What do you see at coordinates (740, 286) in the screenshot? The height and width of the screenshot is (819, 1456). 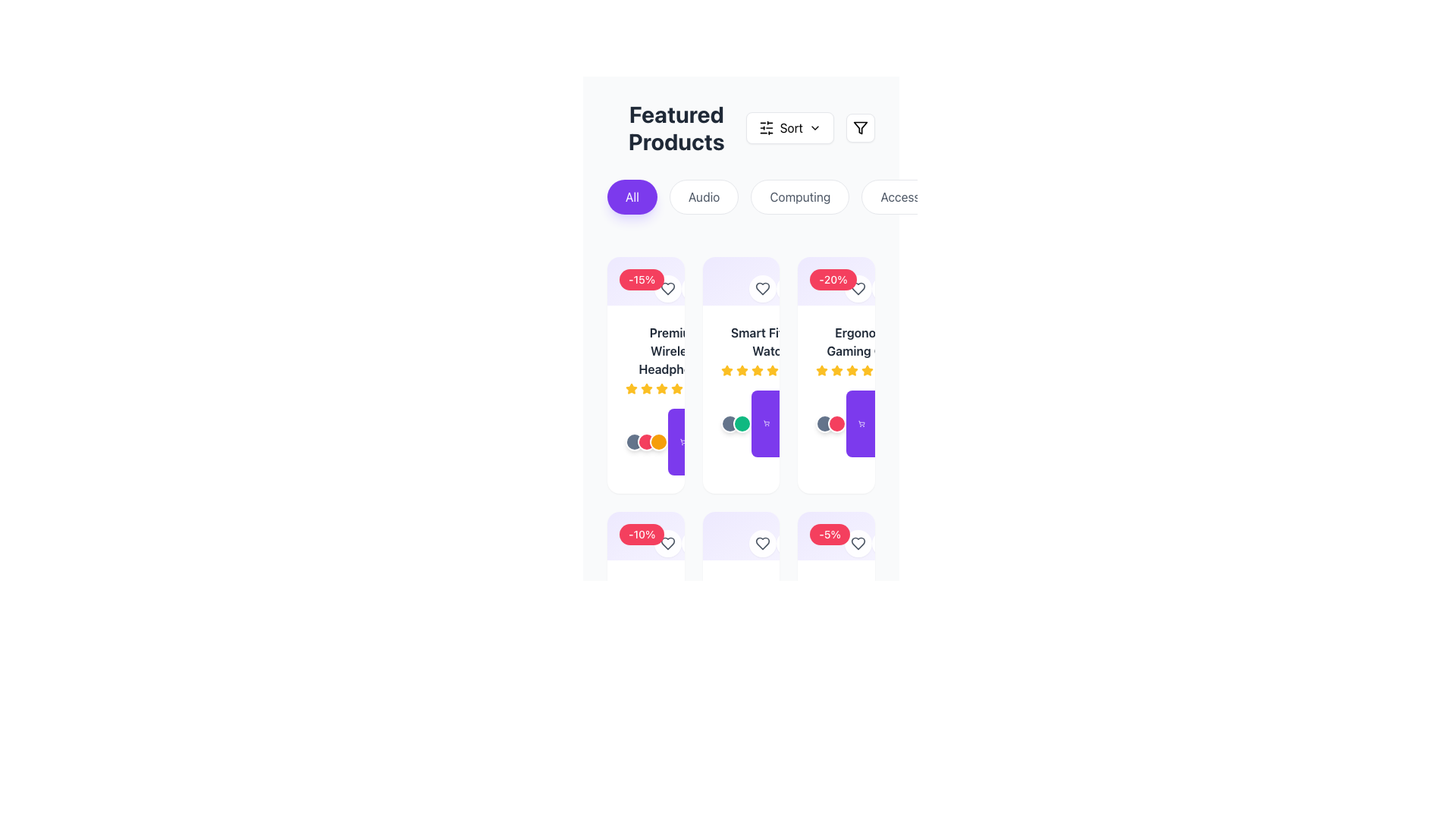 I see `the favorite button located in the top-right corner of the product card for 'Smart Fit Watch'` at bounding box center [740, 286].